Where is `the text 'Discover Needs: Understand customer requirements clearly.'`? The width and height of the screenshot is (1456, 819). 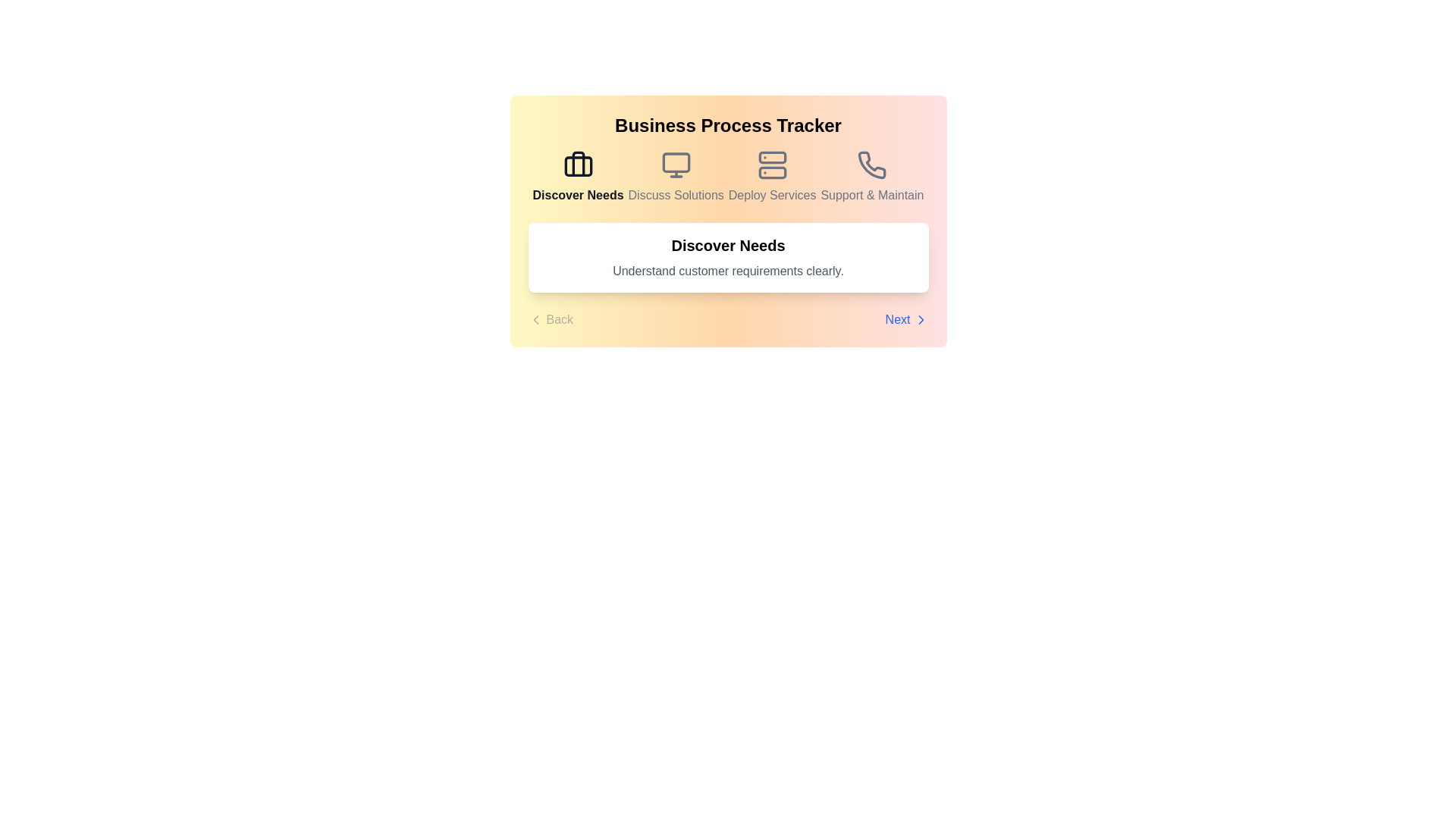
the text 'Discover Needs: Understand customer requirements clearly.' is located at coordinates (728, 256).